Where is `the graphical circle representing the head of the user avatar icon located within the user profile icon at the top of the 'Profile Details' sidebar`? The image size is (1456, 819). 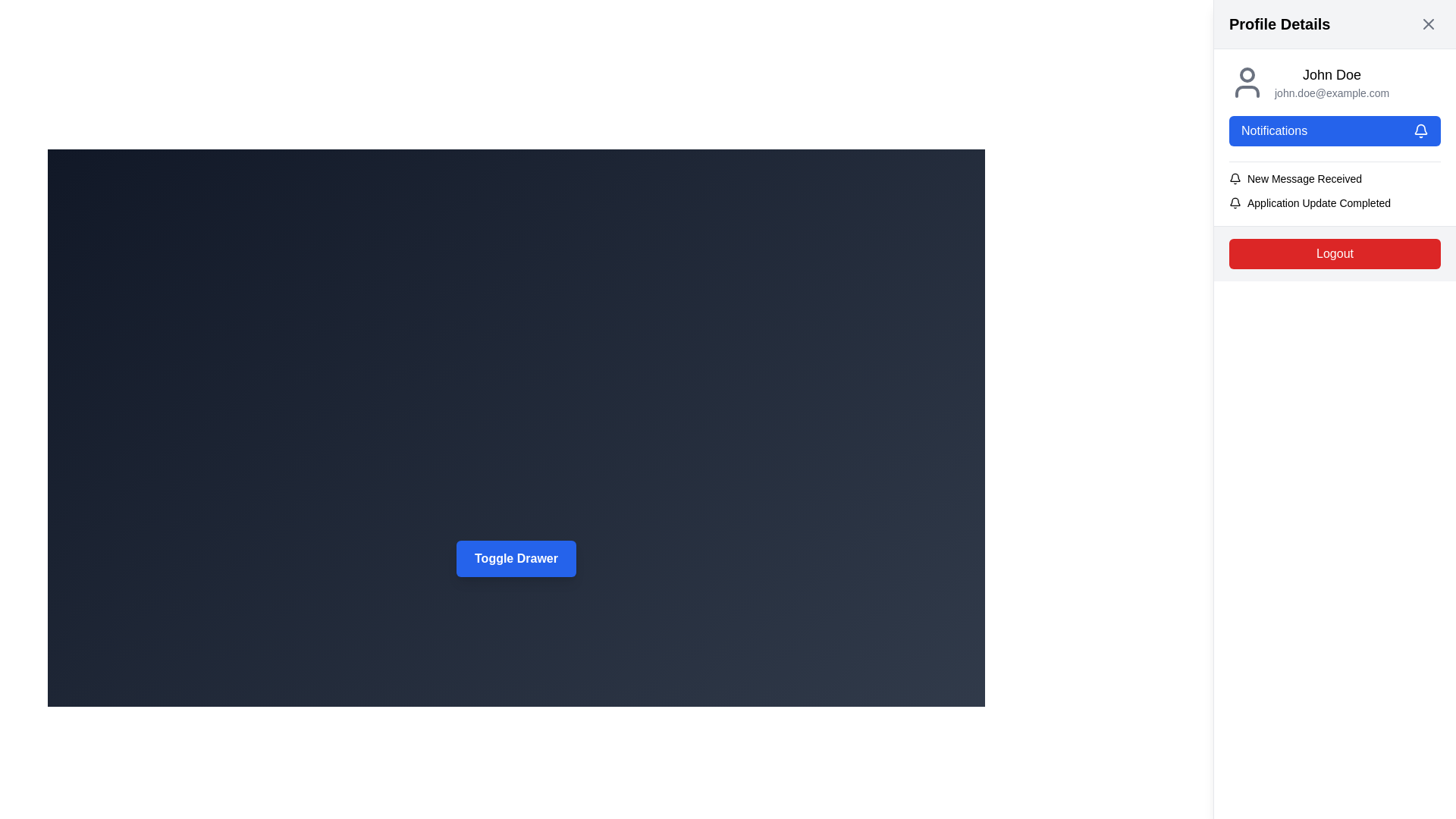
the graphical circle representing the head of the user avatar icon located within the user profile icon at the top of the 'Profile Details' sidebar is located at coordinates (1247, 75).